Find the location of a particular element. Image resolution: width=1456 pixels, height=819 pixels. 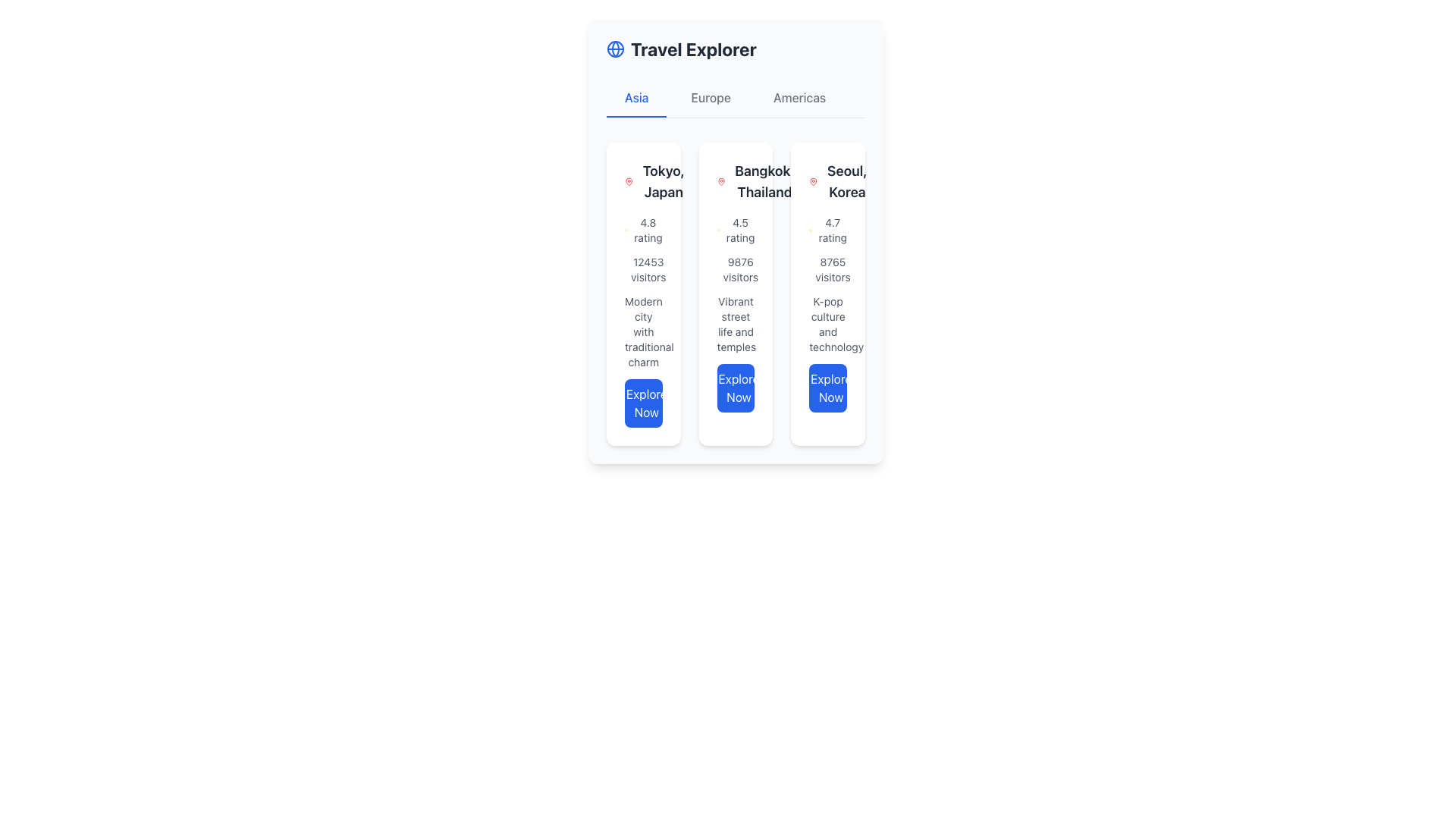

the descriptive text label that provides information about the Seoul, Korea section, positioned below the '8765 visitors' text and above the 'Explore Now' button is located at coordinates (827, 324).